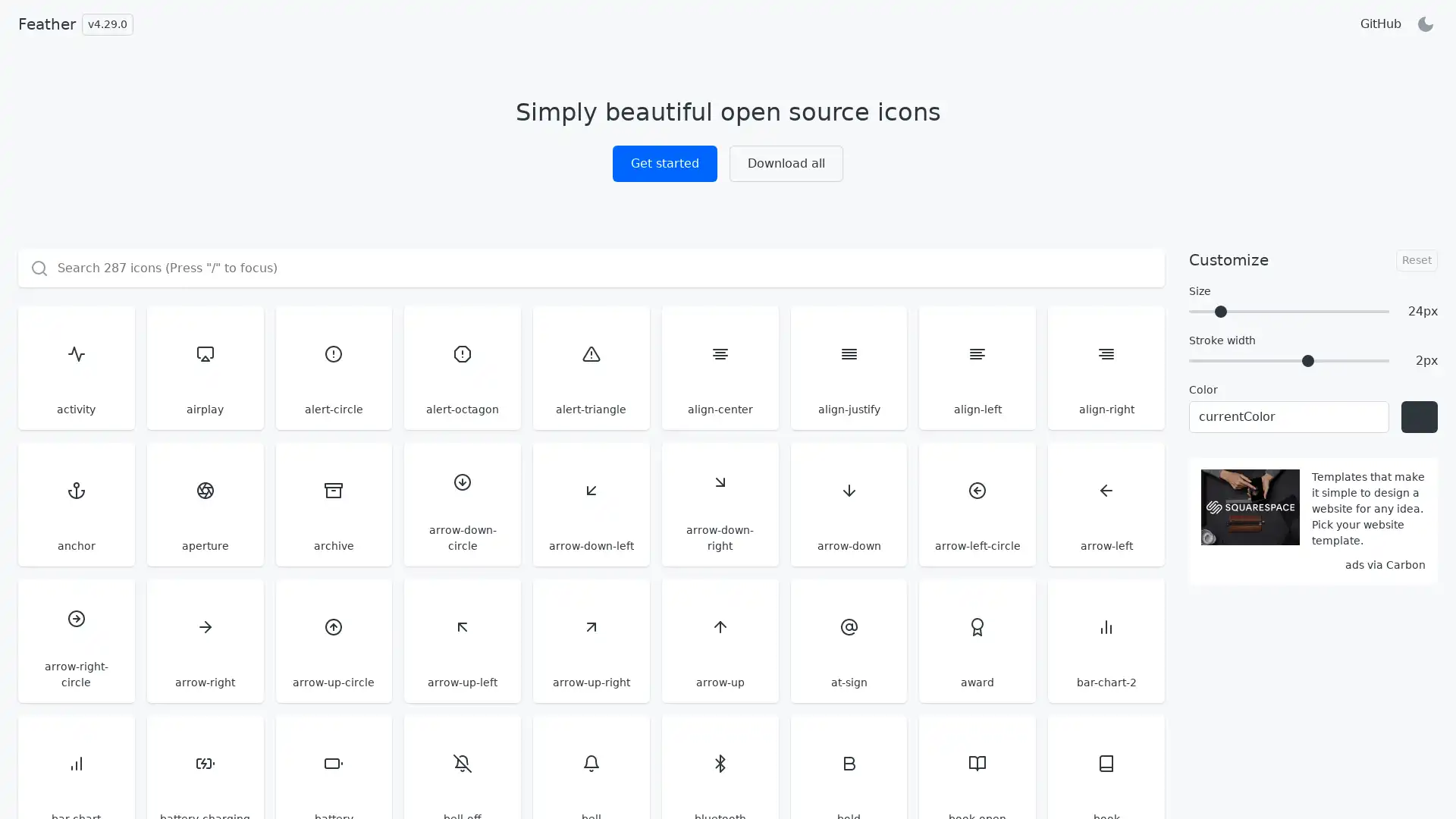  What do you see at coordinates (977, 640) in the screenshot?
I see `award` at bounding box center [977, 640].